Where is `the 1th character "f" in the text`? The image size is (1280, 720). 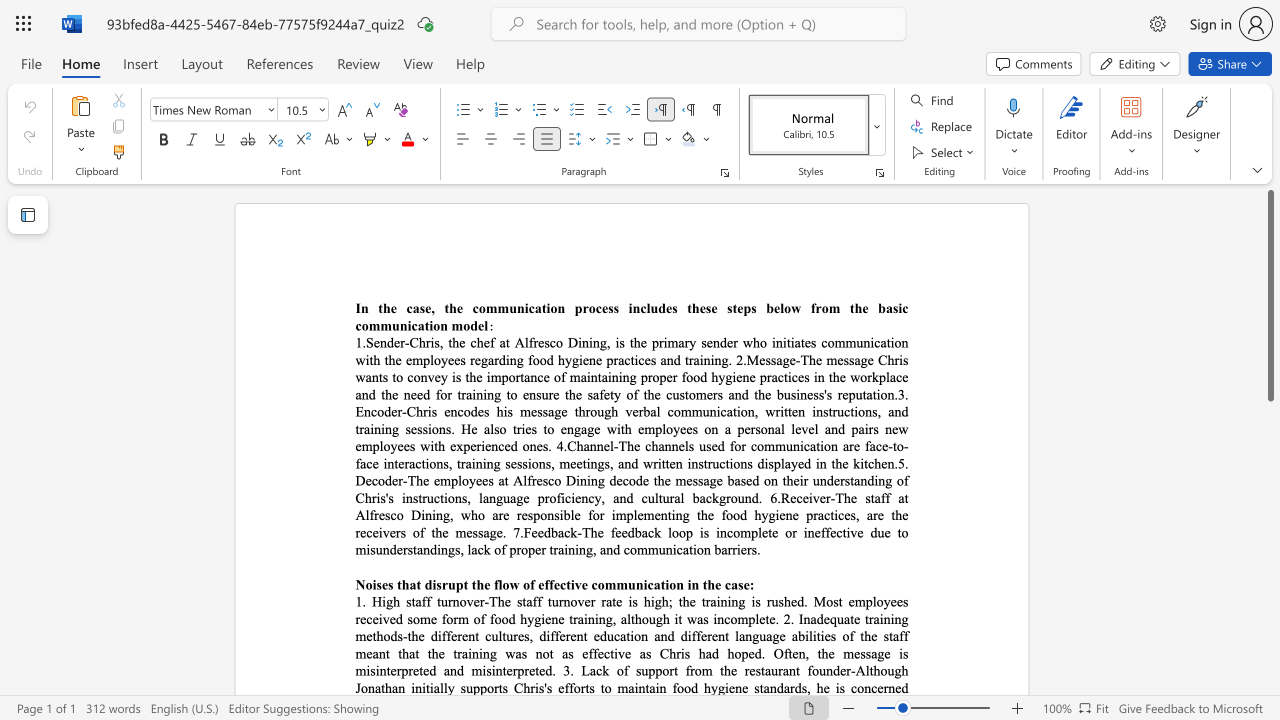
the 1th character "f" in the text is located at coordinates (813, 308).